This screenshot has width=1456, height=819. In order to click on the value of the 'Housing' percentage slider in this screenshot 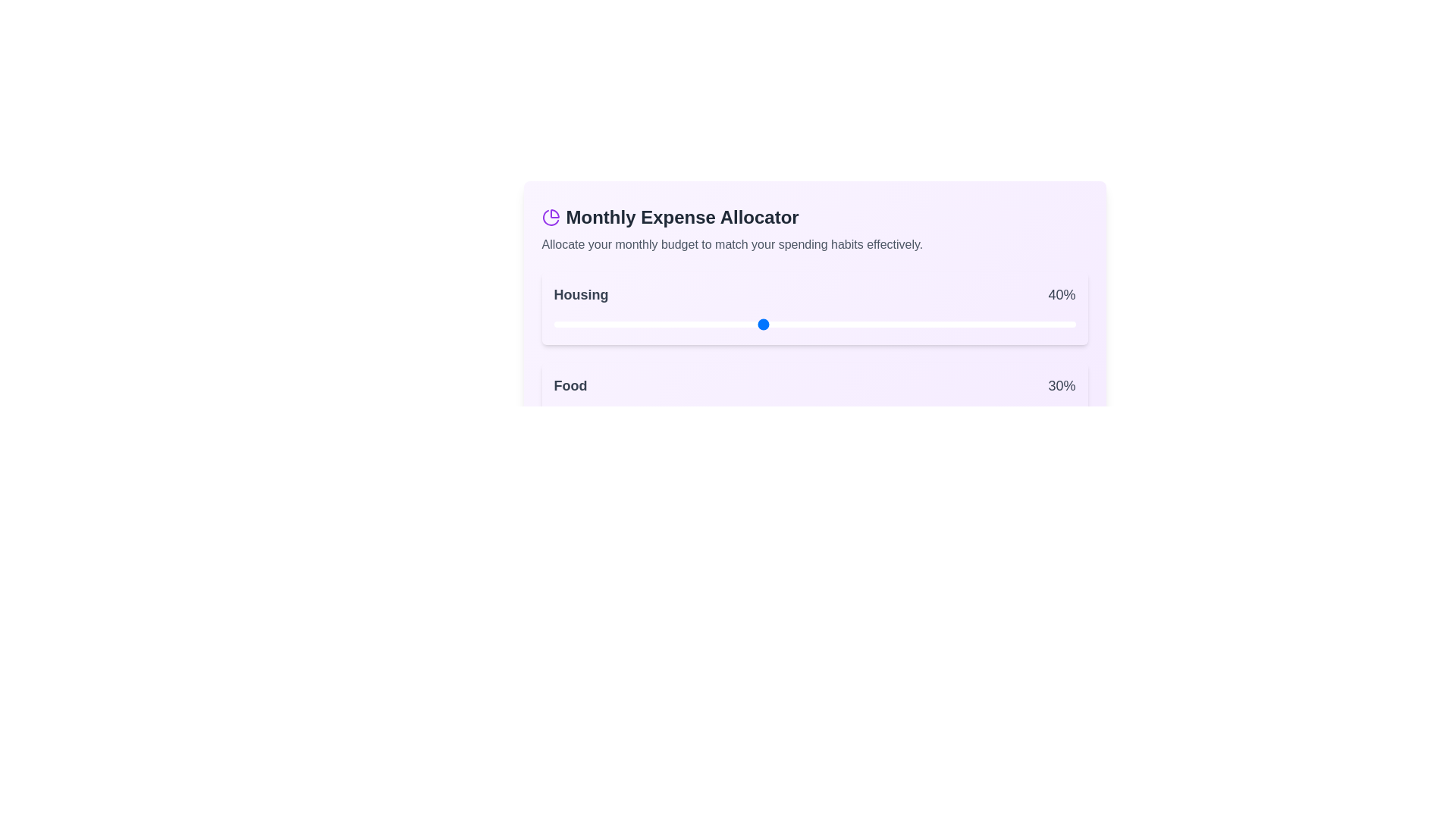, I will do `click(553, 324)`.